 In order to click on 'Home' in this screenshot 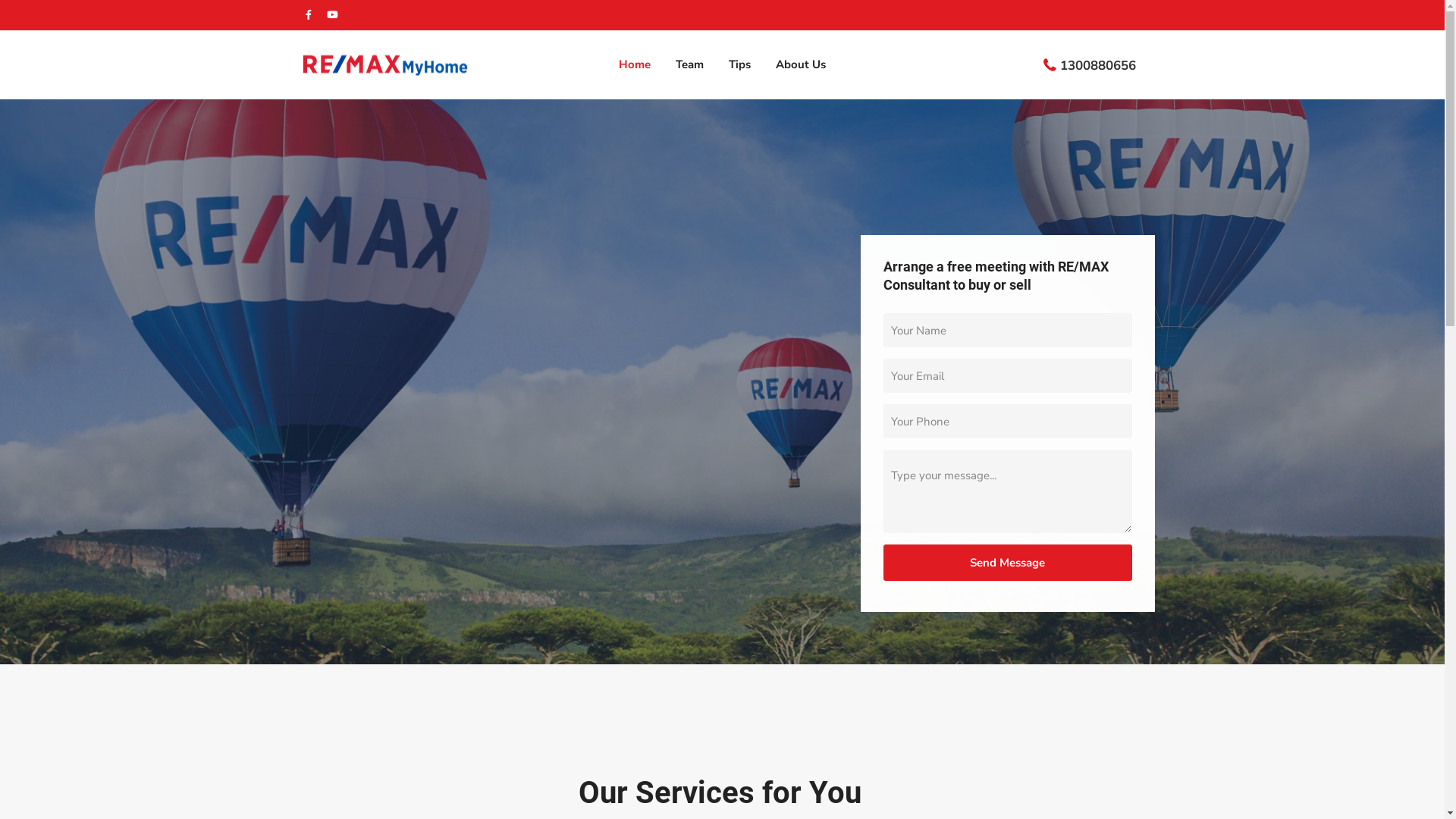, I will do `click(634, 63)`.